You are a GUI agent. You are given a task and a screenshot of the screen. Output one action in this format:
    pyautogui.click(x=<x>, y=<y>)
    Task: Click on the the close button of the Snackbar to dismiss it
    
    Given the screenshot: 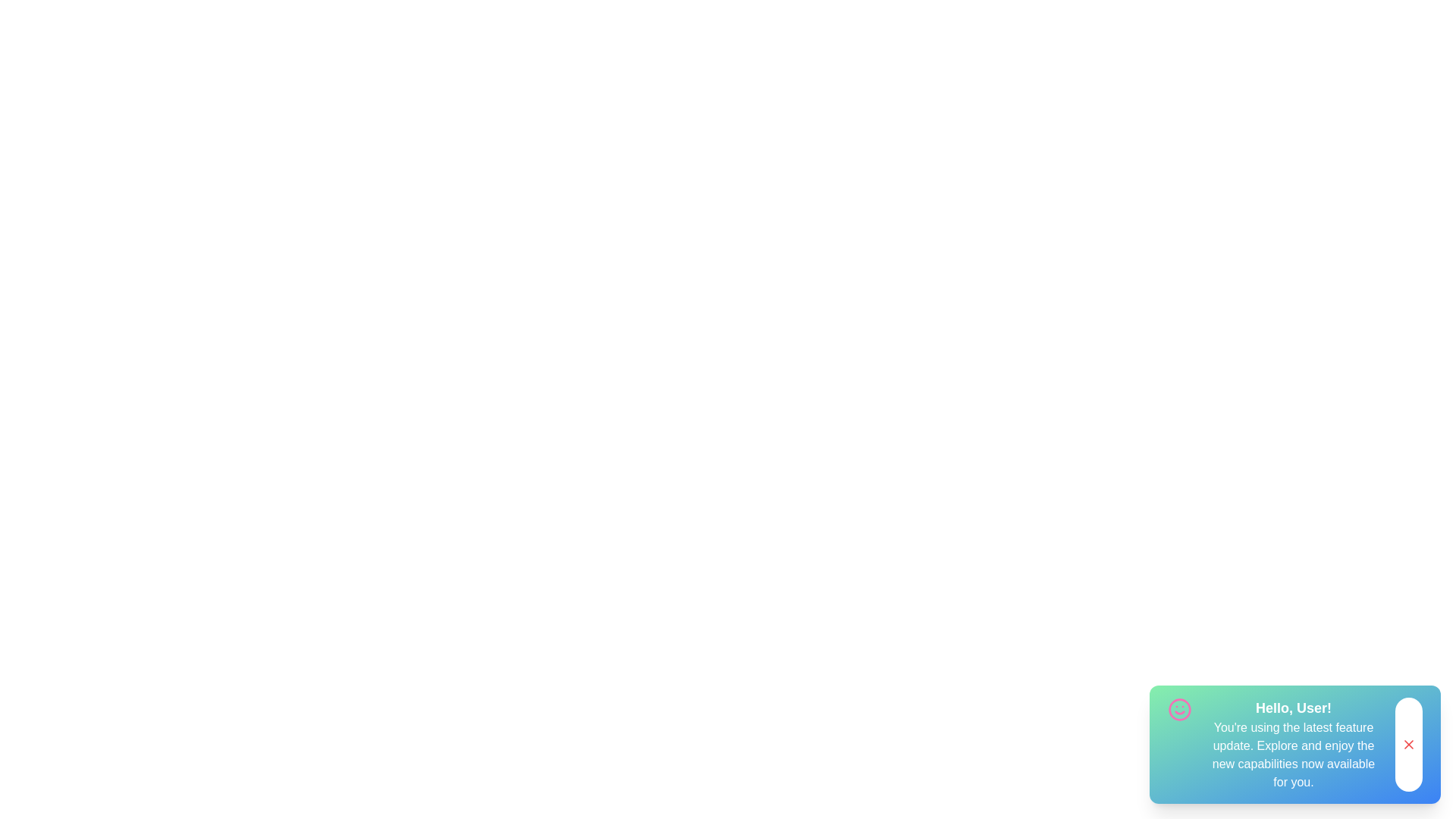 What is the action you would take?
    pyautogui.click(x=1407, y=744)
    